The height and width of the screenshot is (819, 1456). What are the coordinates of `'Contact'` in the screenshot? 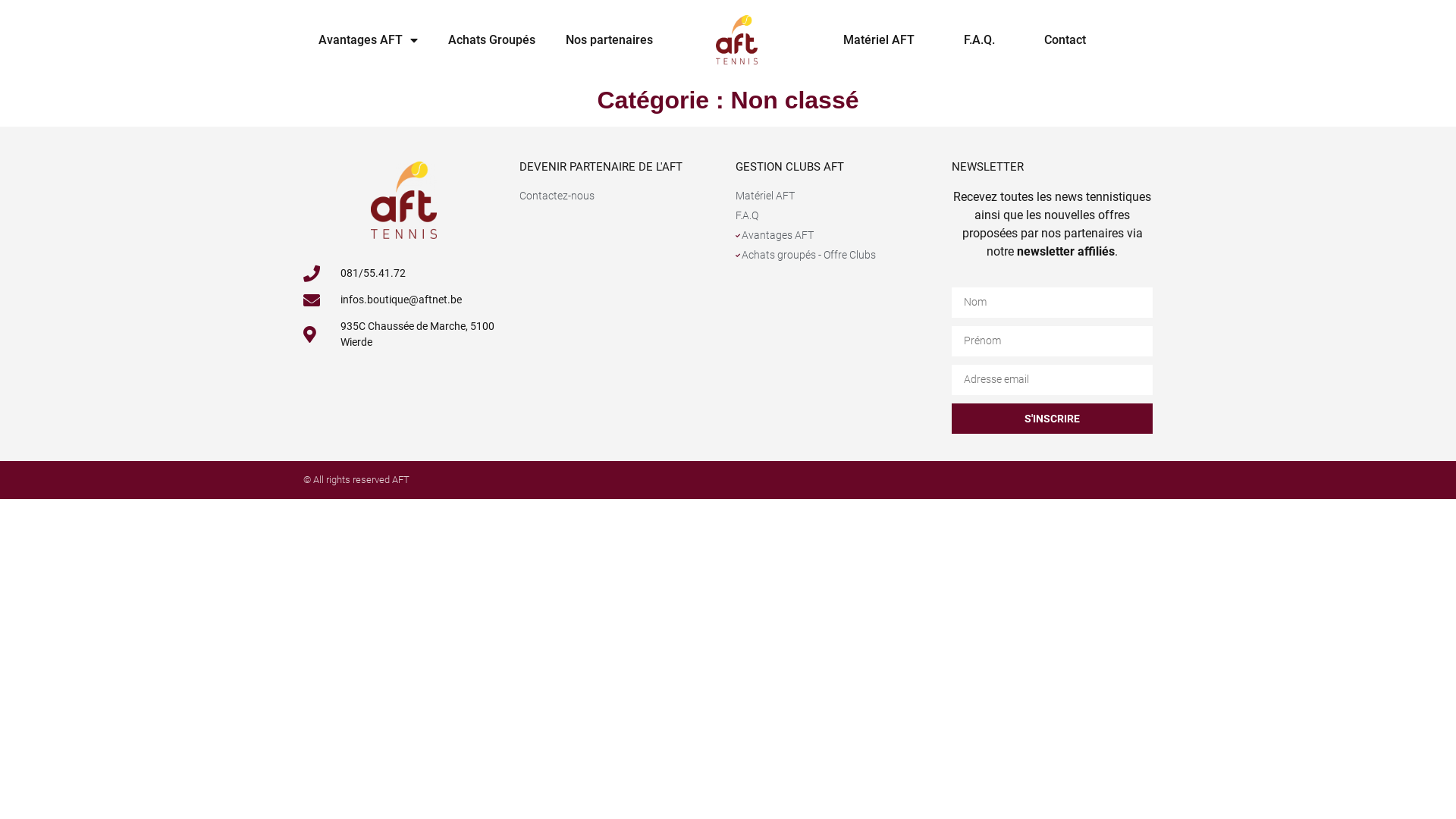 It's located at (1064, 39).